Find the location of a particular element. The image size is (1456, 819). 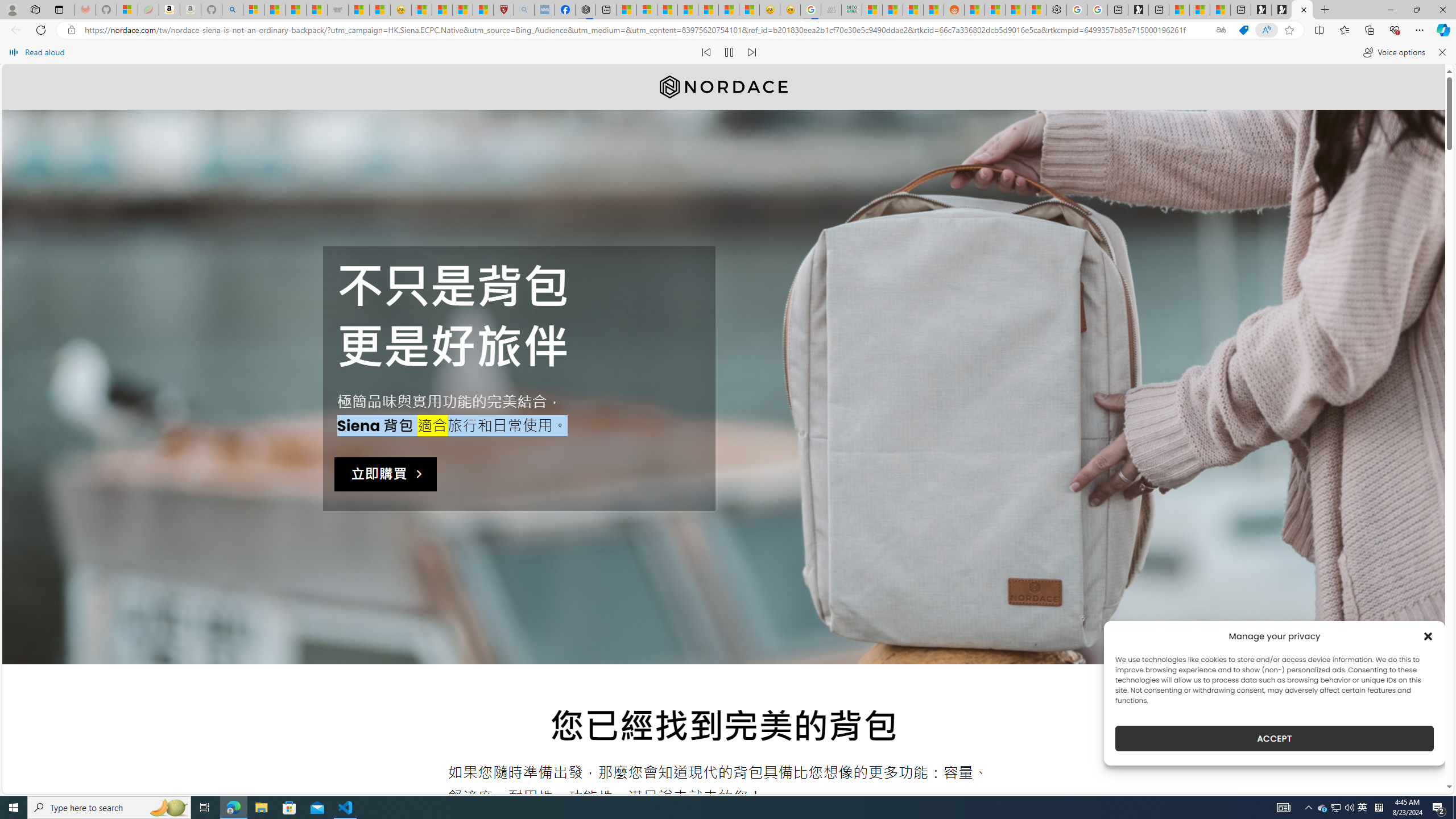

'Play Free Online Games | Games from Microsoft Start' is located at coordinates (1282, 9).